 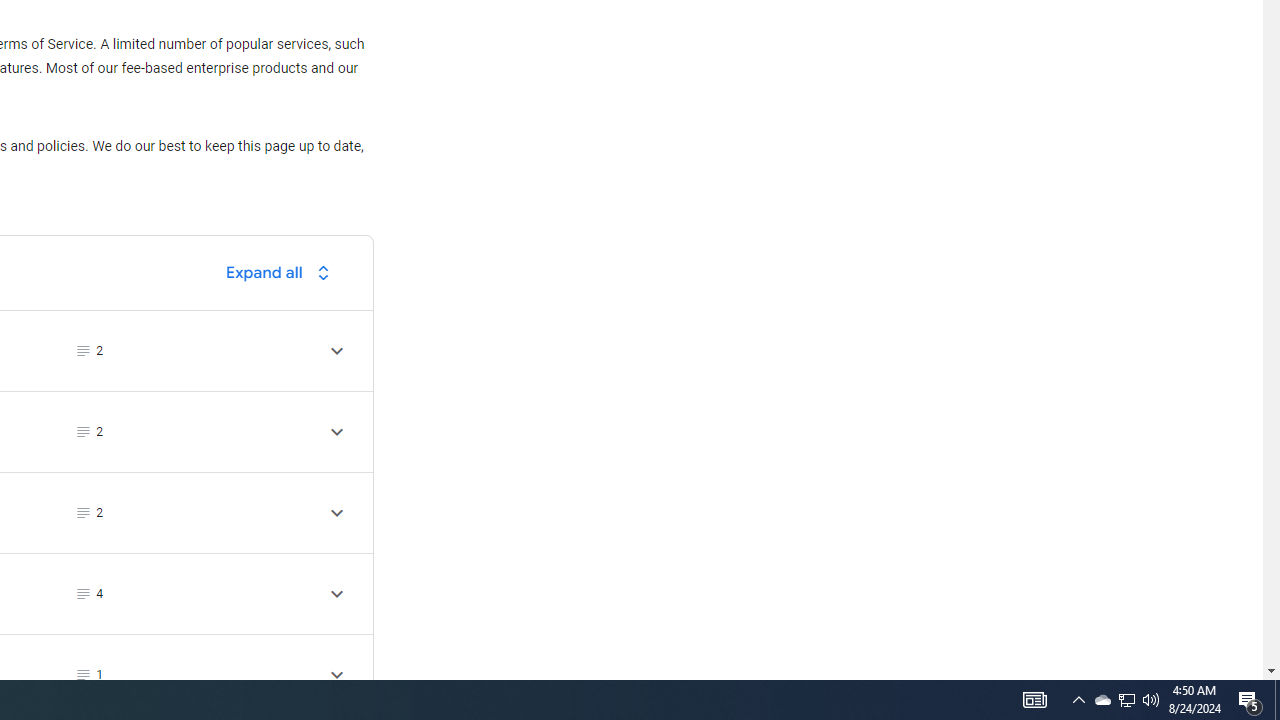 I want to click on 'Expand all', so click(x=282, y=272).